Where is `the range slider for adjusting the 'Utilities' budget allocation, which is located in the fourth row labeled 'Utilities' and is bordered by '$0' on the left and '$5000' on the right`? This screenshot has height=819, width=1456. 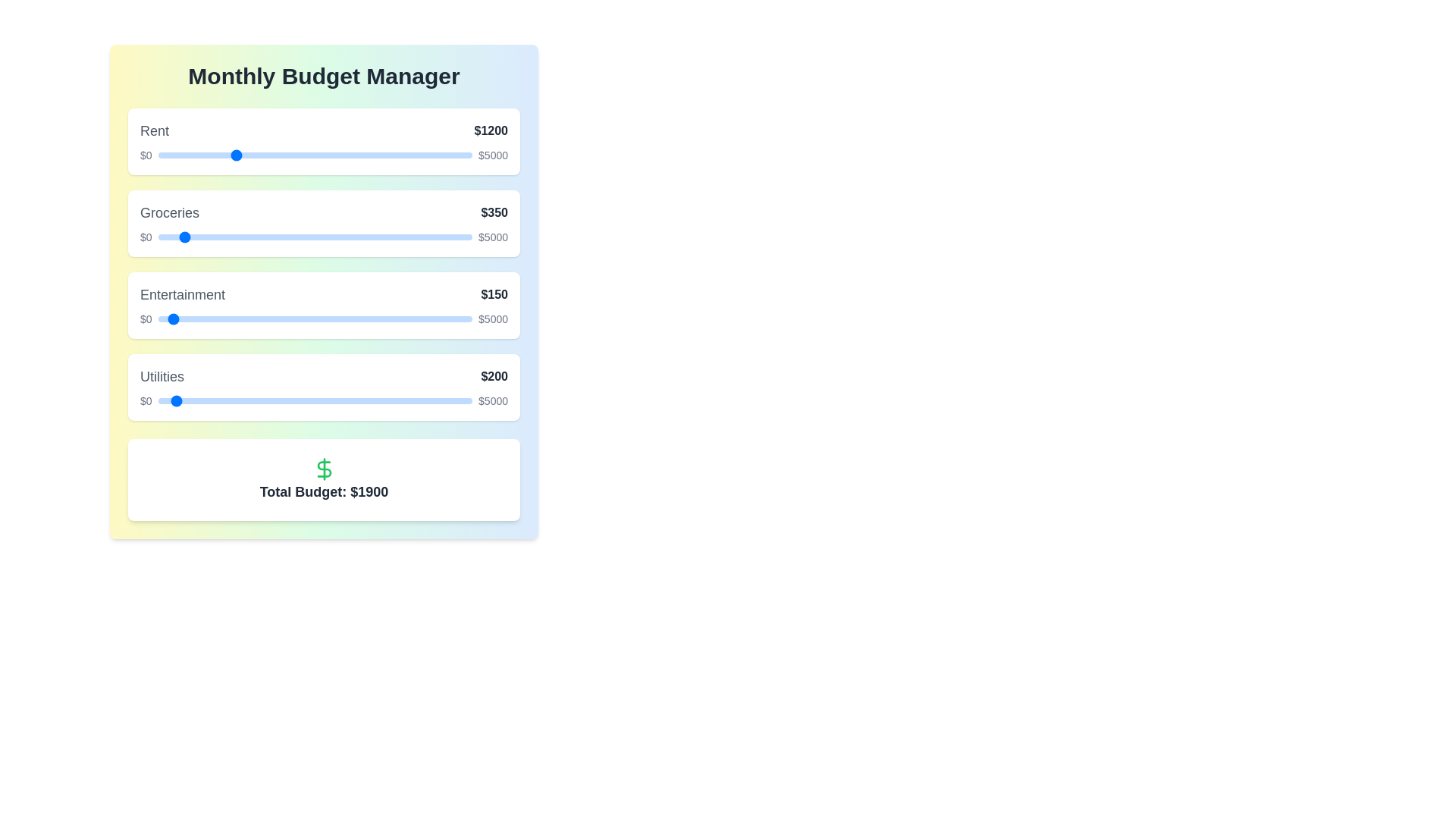 the range slider for adjusting the 'Utilities' budget allocation, which is located in the fourth row labeled 'Utilities' and is bordered by '$0' on the left and '$5000' on the right is located at coordinates (314, 400).